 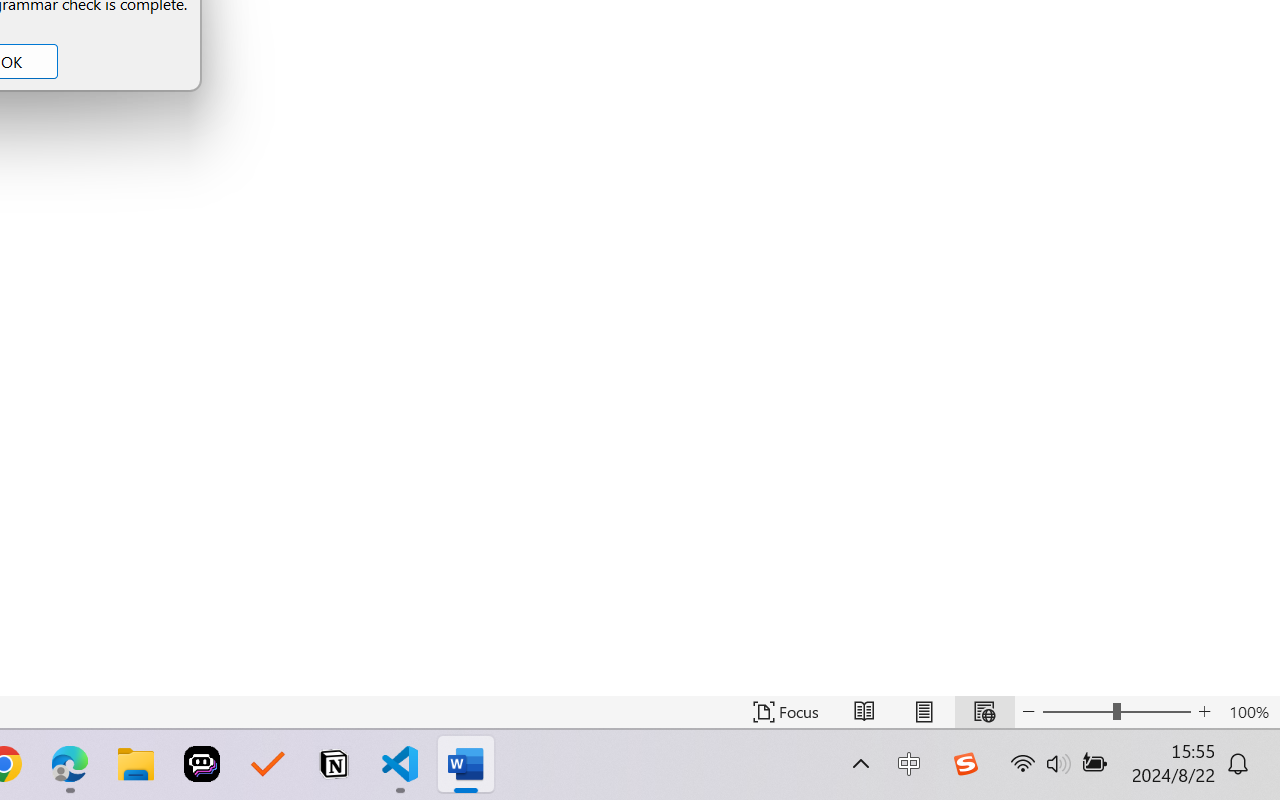 I want to click on 'Zoom Out', so click(x=1076, y=711).